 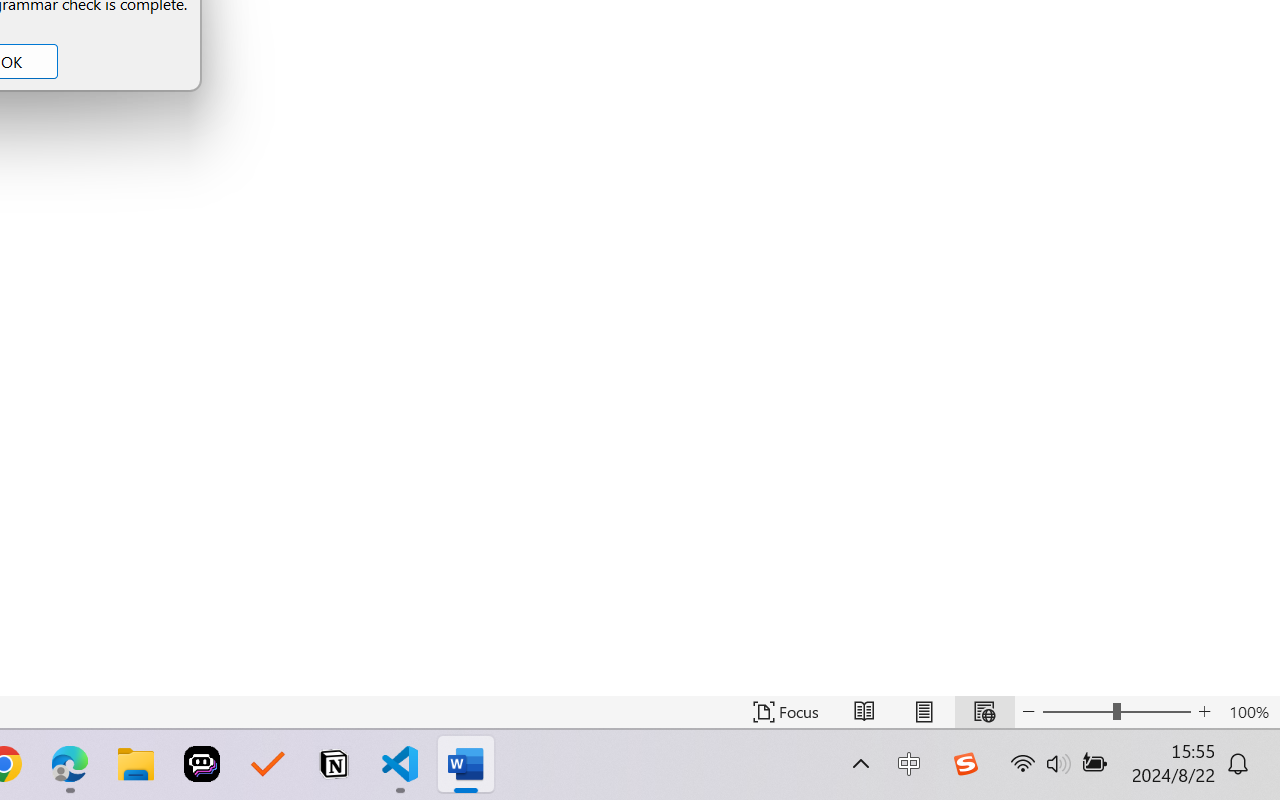 I want to click on 'Zoom Out', so click(x=1076, y=711).